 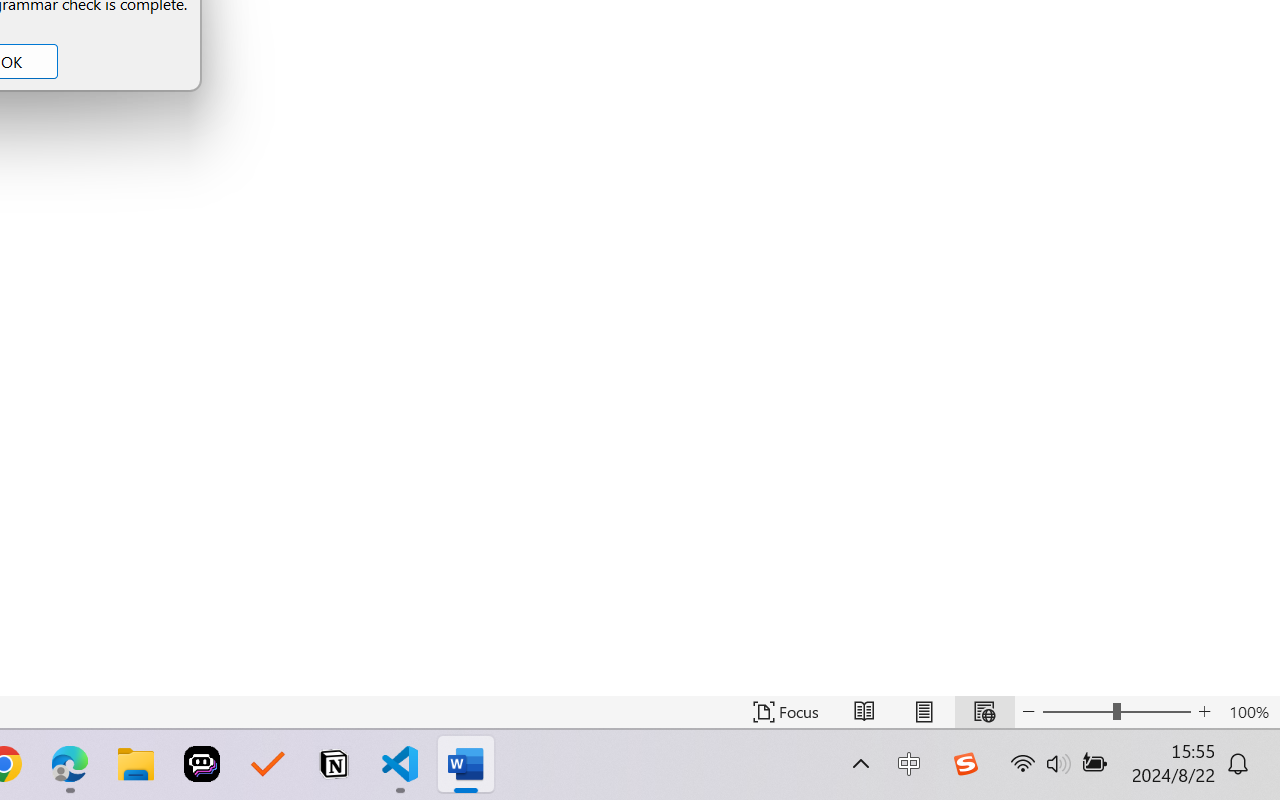 I want to click on 'Zoom Out', so click(x=1076, y=711).